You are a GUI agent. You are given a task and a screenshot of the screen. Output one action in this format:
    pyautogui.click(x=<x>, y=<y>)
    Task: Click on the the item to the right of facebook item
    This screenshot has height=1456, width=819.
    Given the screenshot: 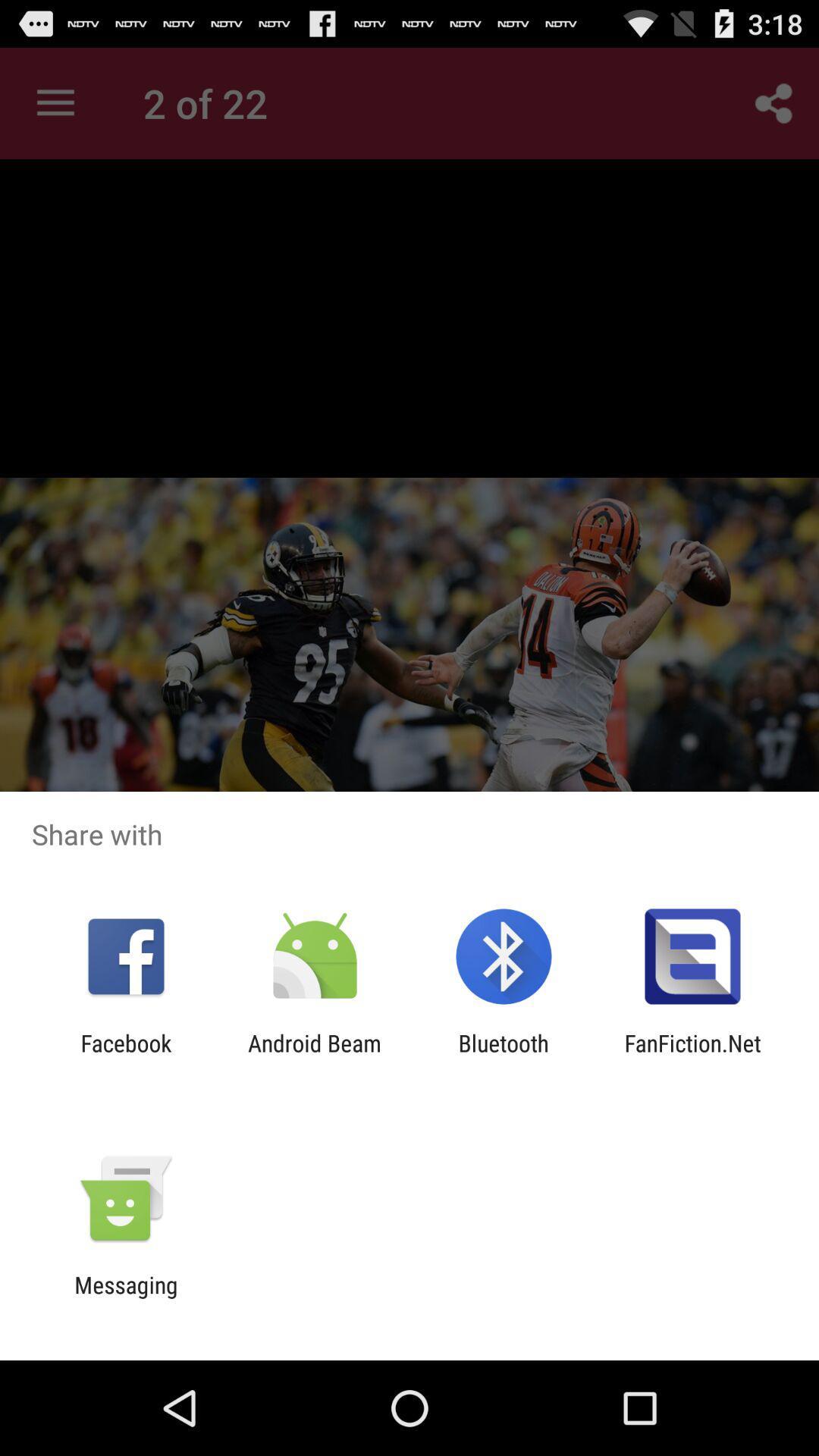 What is the action you would take?
    pyautogui.click(x=314, y=1056)
    